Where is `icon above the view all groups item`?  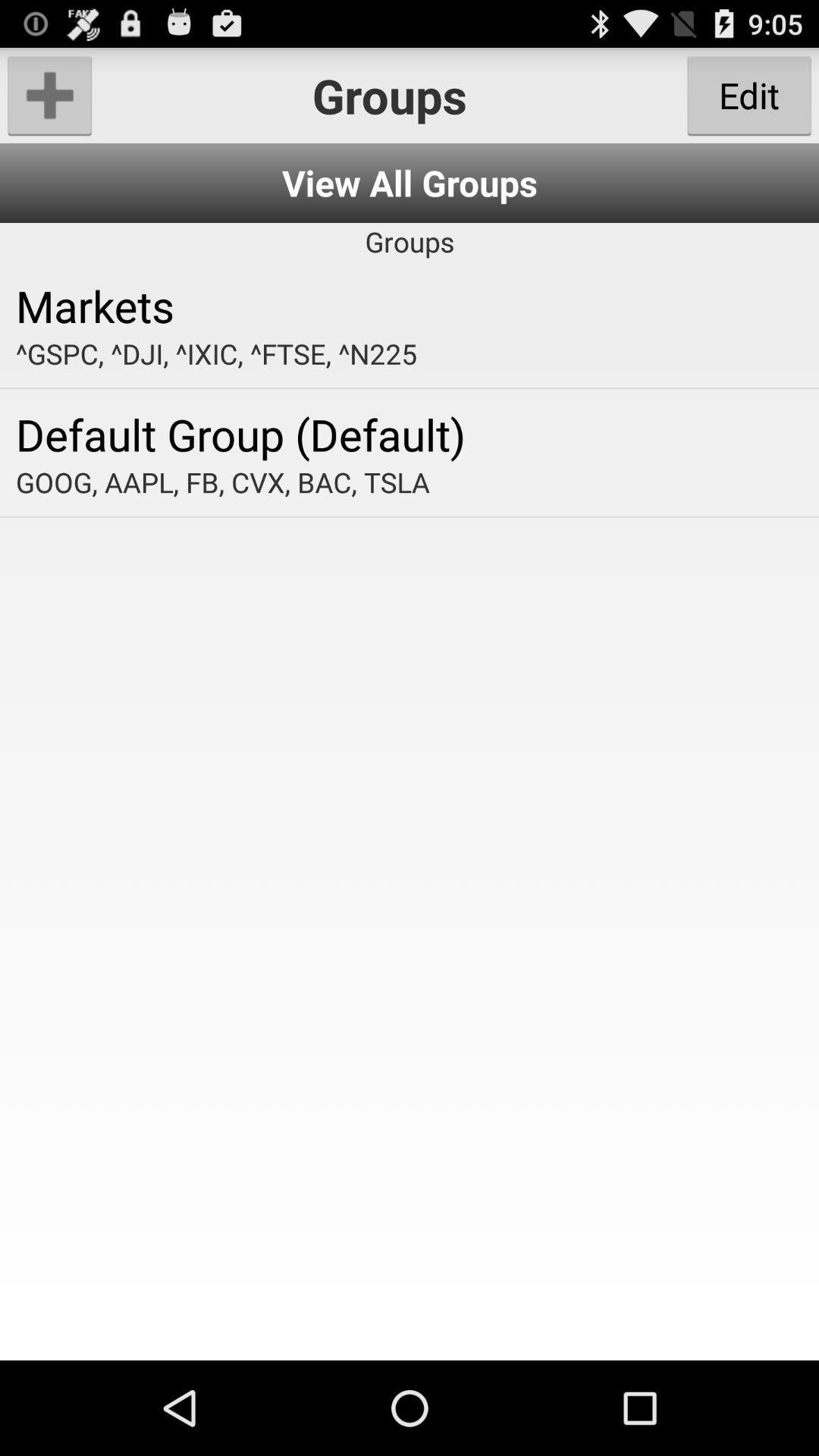 icon above the view all groups item is located at coordinates (49, 94).